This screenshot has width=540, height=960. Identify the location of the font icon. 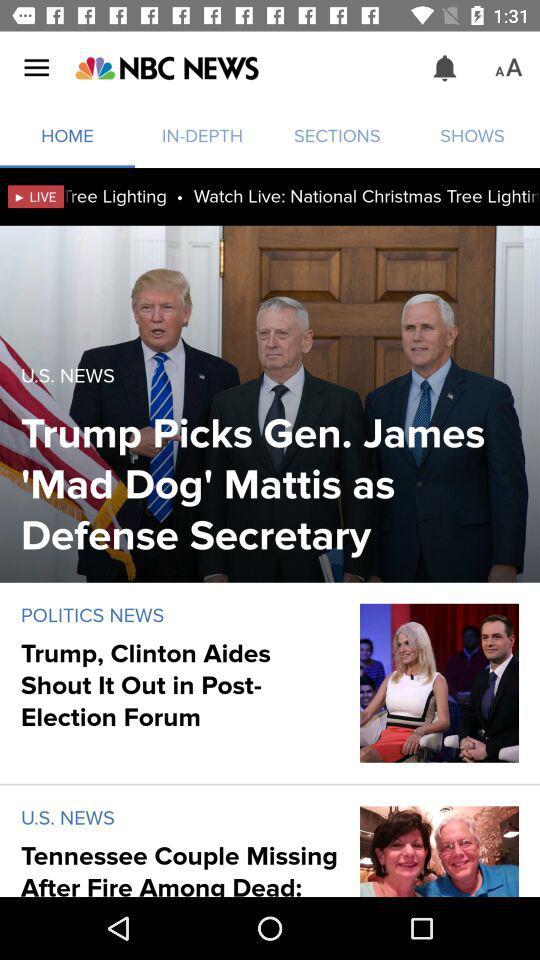
(508, 68).